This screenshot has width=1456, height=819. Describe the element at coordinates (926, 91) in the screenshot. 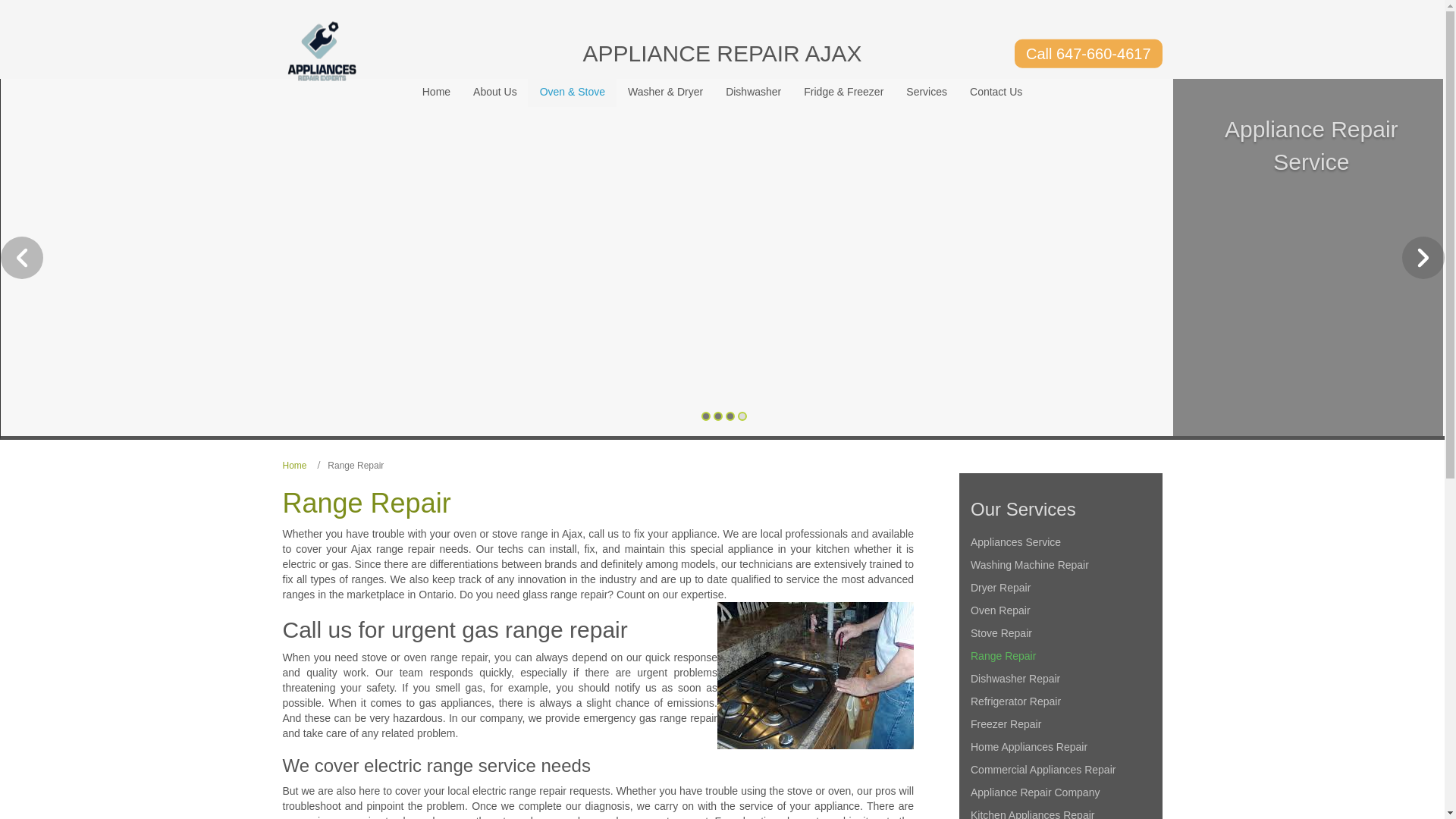

I see `'Services'` at that location.